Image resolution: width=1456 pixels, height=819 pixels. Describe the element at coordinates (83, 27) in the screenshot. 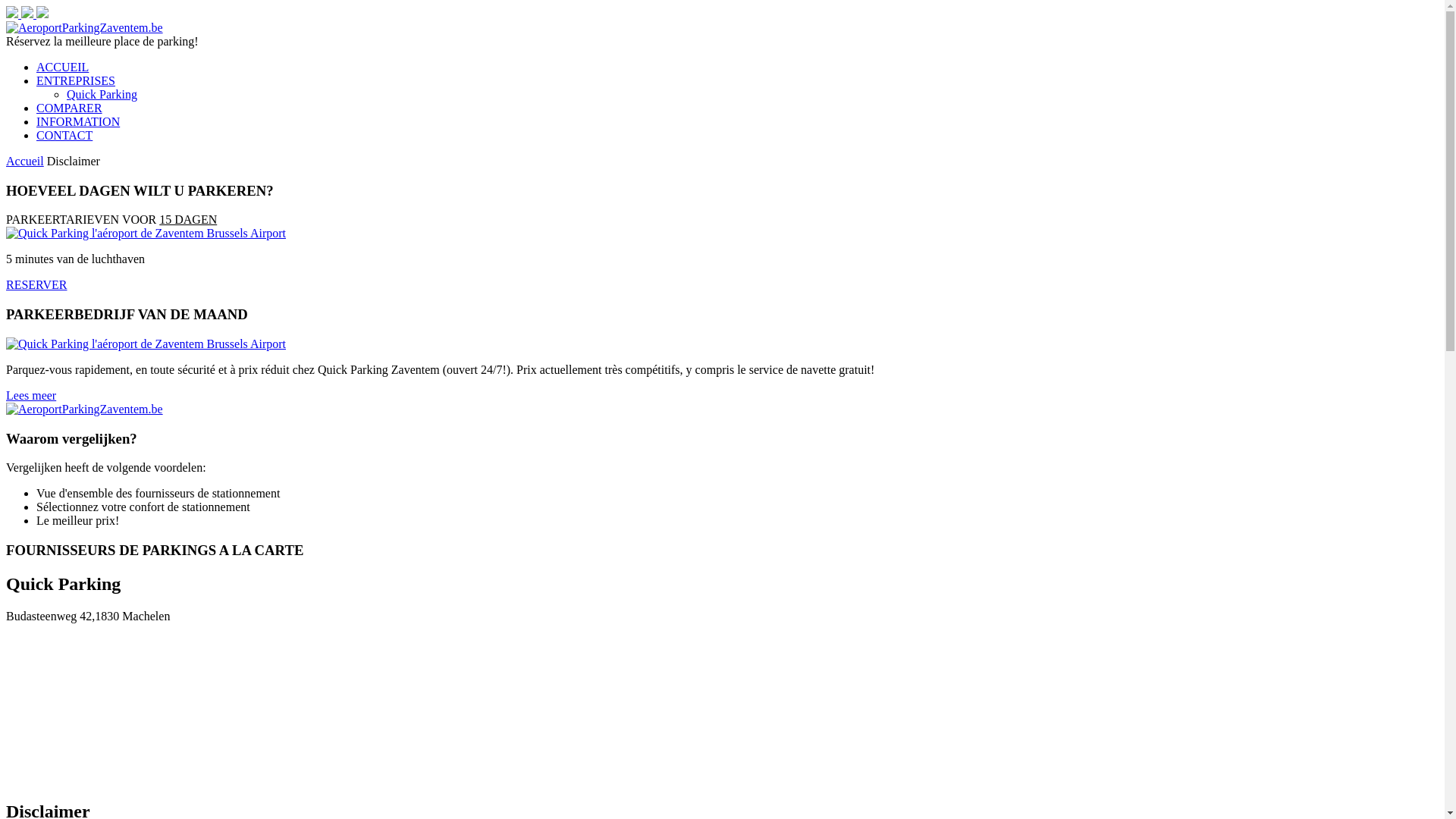

I see `'AeroportParkingZaventem.be'` at that location.